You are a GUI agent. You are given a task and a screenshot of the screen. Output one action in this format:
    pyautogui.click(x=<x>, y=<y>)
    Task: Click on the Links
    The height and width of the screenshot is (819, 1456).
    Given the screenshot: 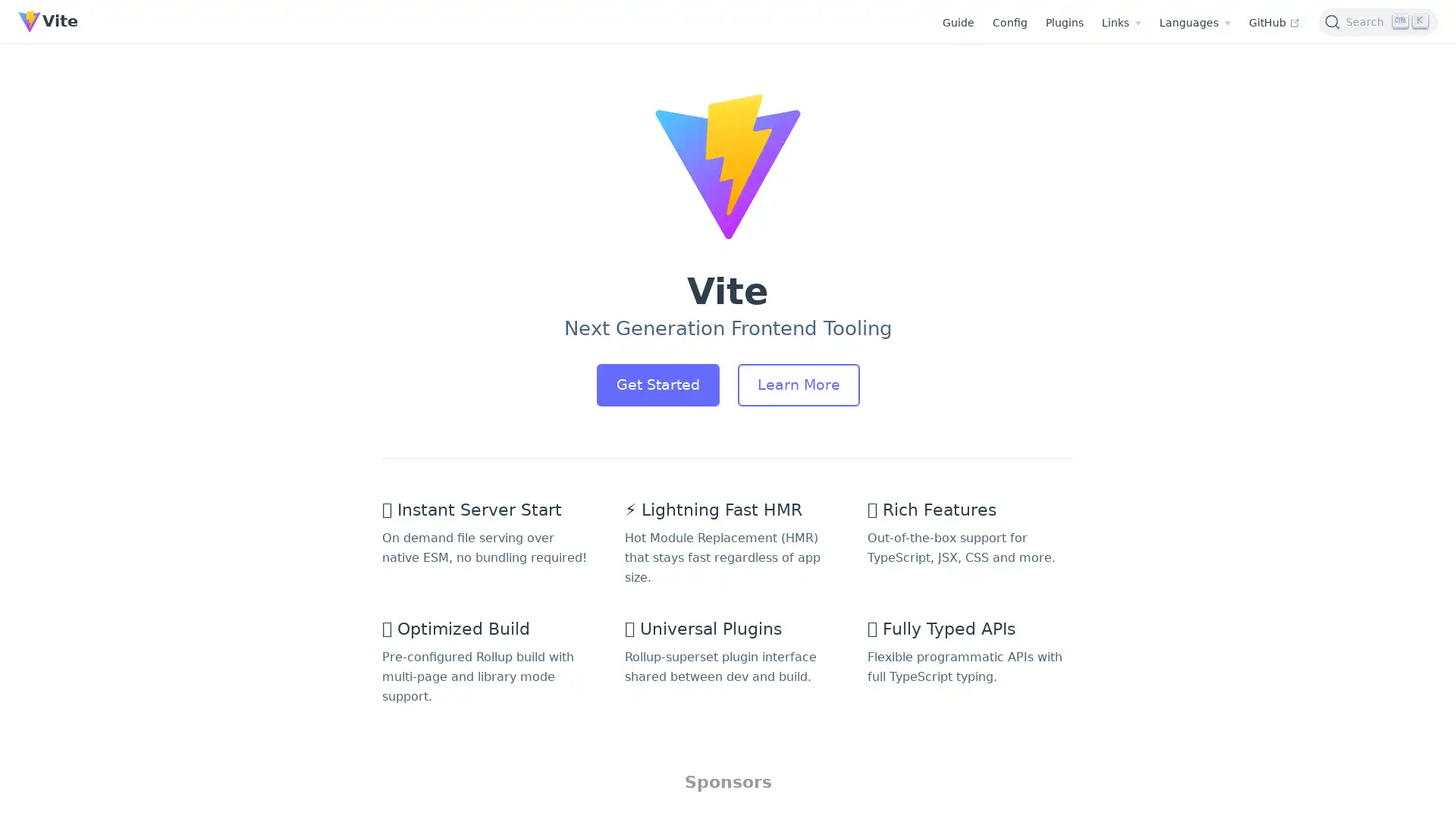 What is the action you would take?
    pyautogui.click(x=1121, y=23)
    